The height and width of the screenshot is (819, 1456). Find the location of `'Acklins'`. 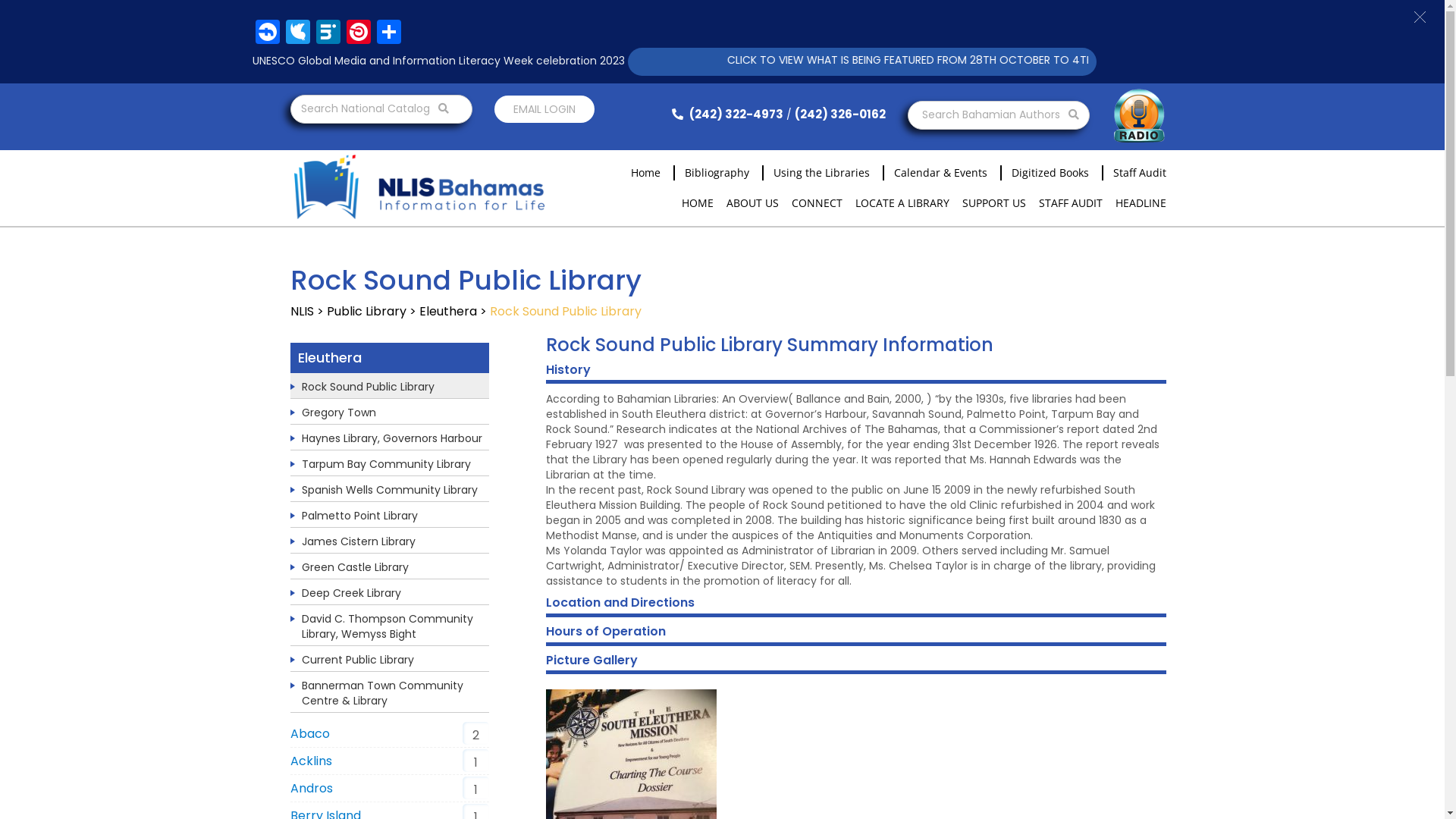

'Acklins' is located at coordinates (309, 761).